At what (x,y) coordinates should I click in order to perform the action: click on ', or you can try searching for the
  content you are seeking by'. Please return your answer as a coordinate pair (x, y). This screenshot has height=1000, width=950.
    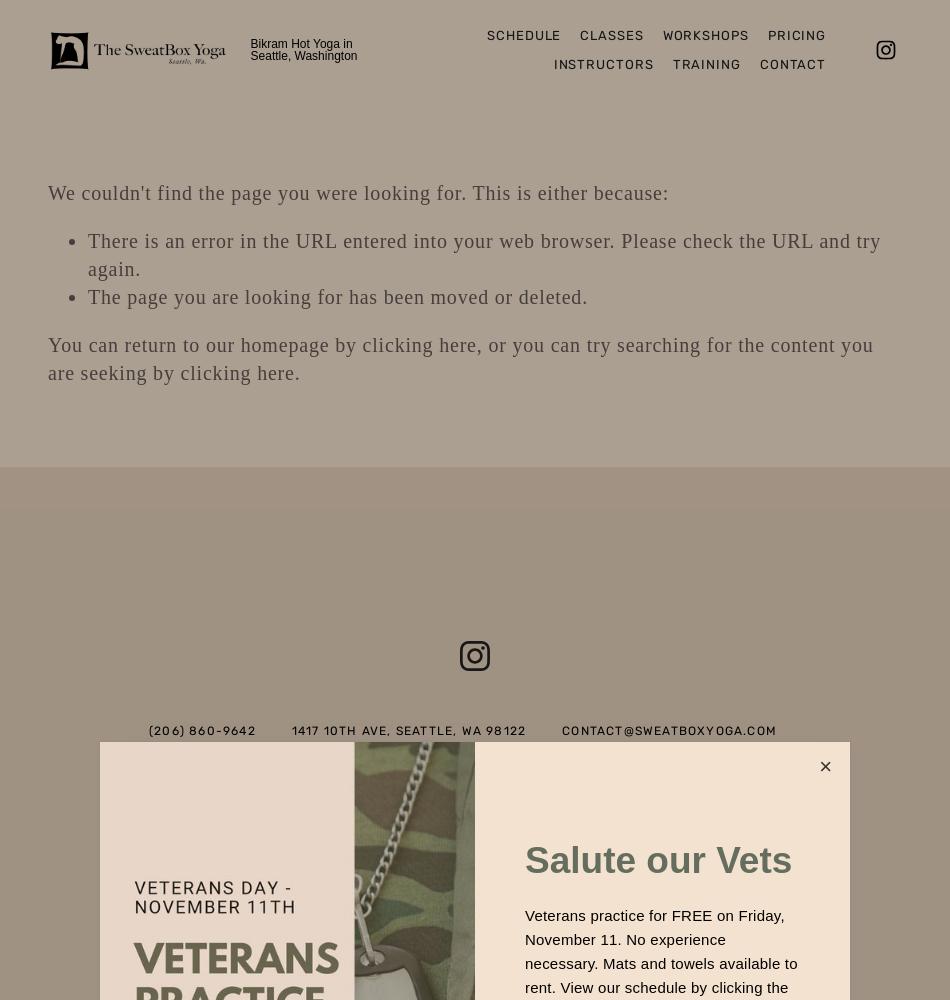
    Looking at the image, I should click on (47, 358).